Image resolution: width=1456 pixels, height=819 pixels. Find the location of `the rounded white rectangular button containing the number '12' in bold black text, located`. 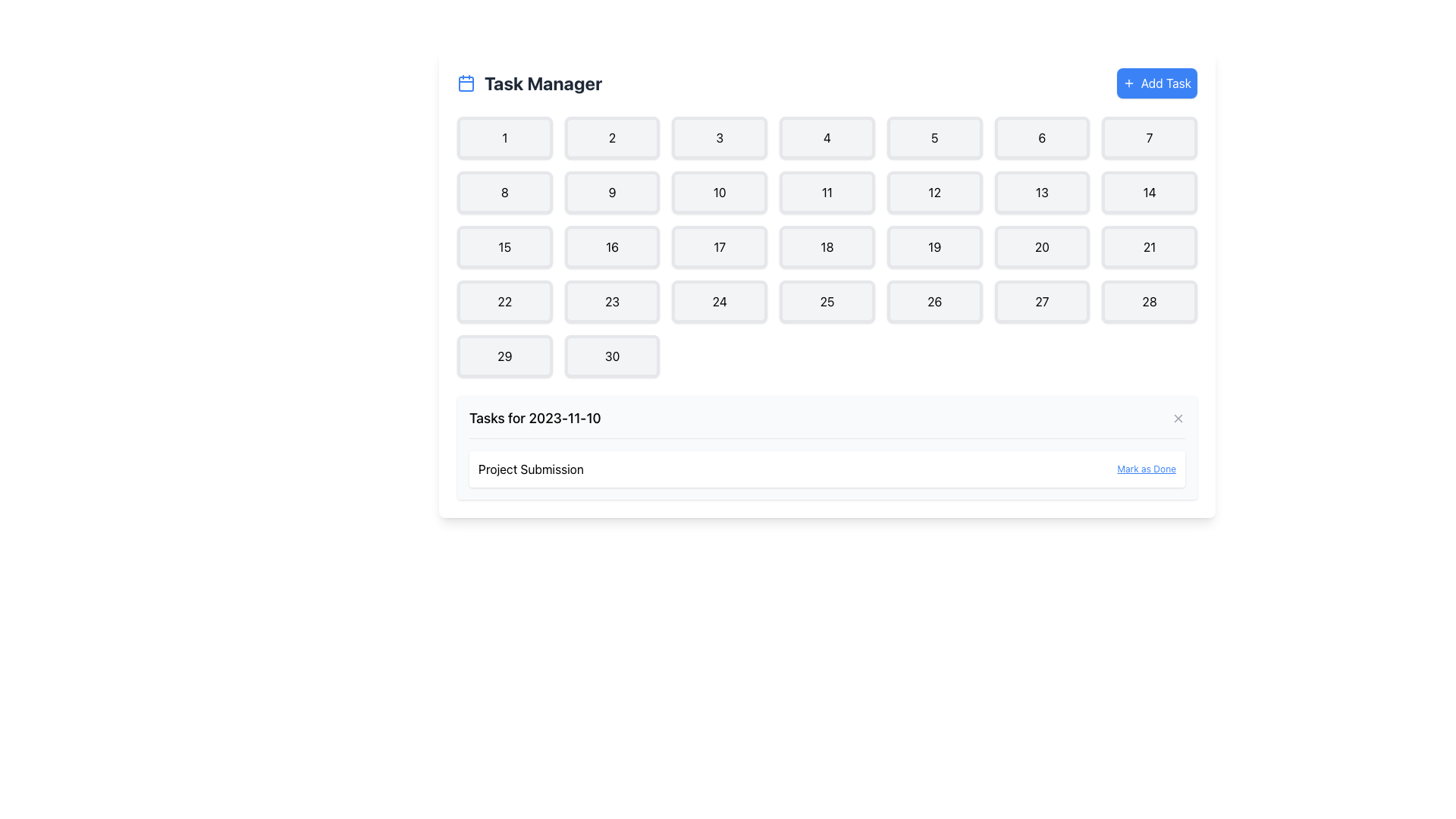

the rounded white rectangular button containing the number '12' in bold black text, located is located at coordinates (934, 192).